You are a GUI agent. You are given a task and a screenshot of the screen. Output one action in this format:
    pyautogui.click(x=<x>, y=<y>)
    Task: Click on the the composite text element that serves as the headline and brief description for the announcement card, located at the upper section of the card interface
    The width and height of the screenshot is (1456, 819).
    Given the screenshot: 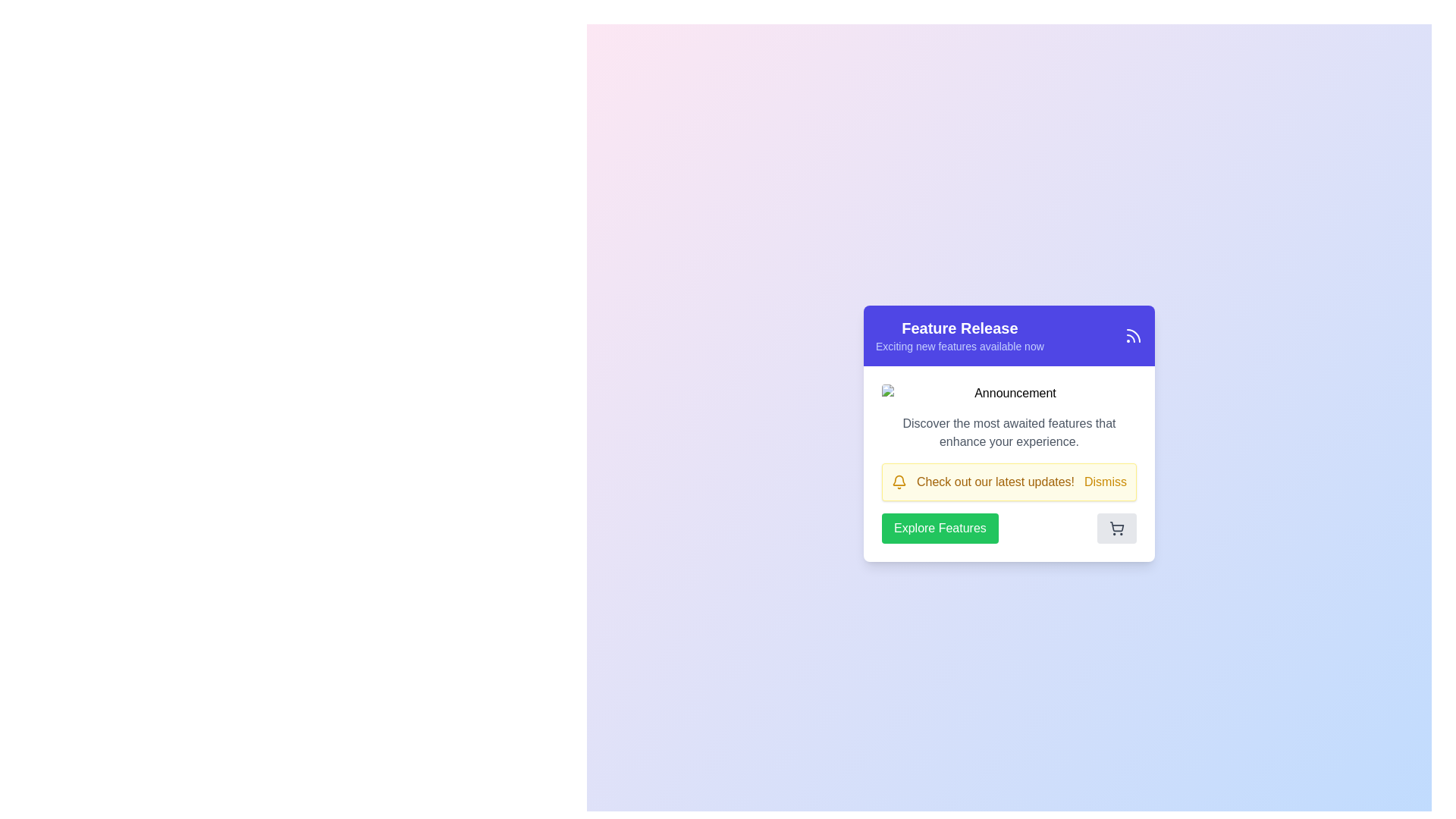 What is the action you would take?
    pyautogui.click(x=959, y=335)
    